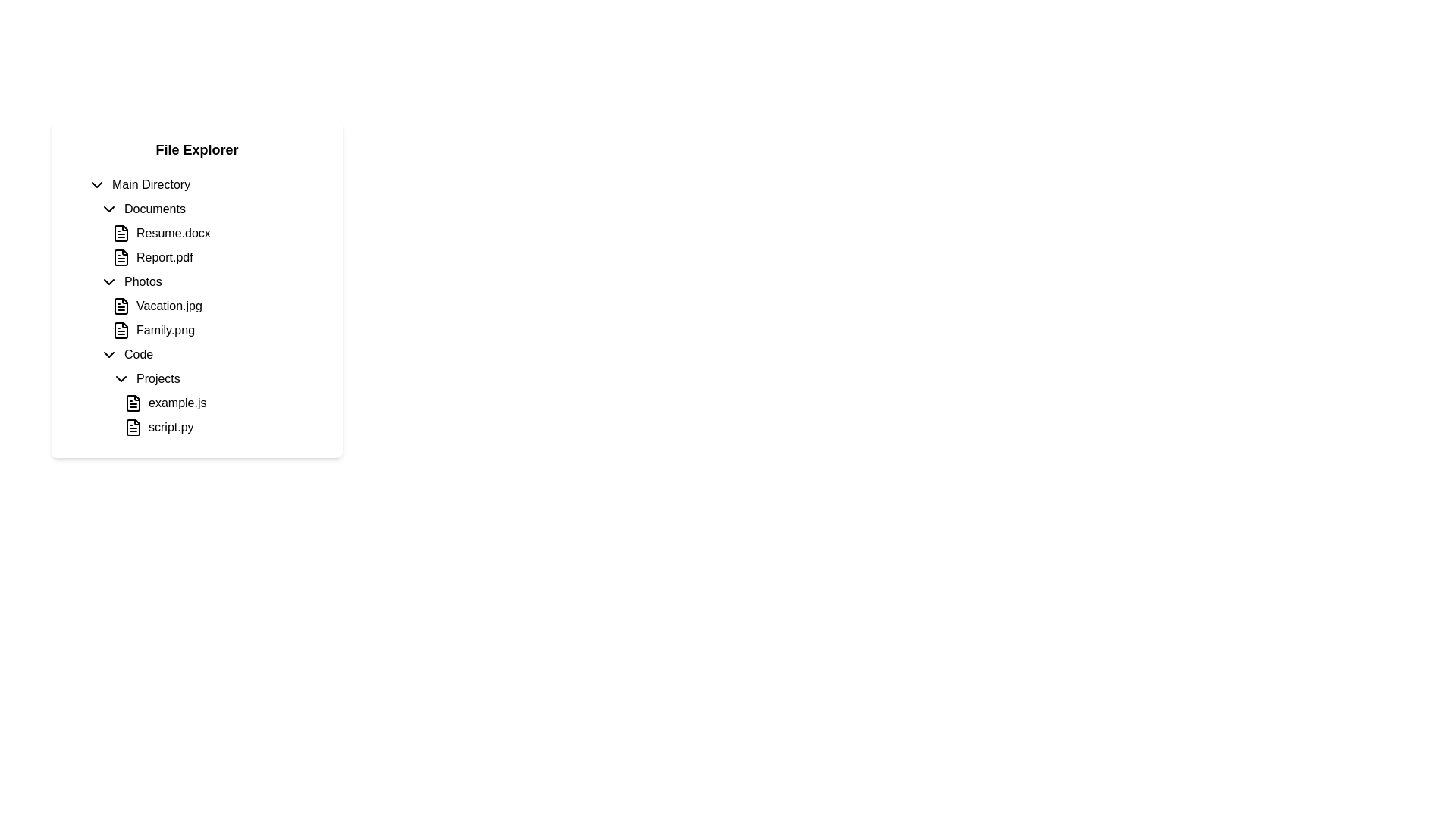  Describe the element at coordinates (96, 184) in the screenshot. I see `the interactive chevron icon used for toggling the expansion or collapse state of the 'Main Directory' to provide visual feedback` at that location.